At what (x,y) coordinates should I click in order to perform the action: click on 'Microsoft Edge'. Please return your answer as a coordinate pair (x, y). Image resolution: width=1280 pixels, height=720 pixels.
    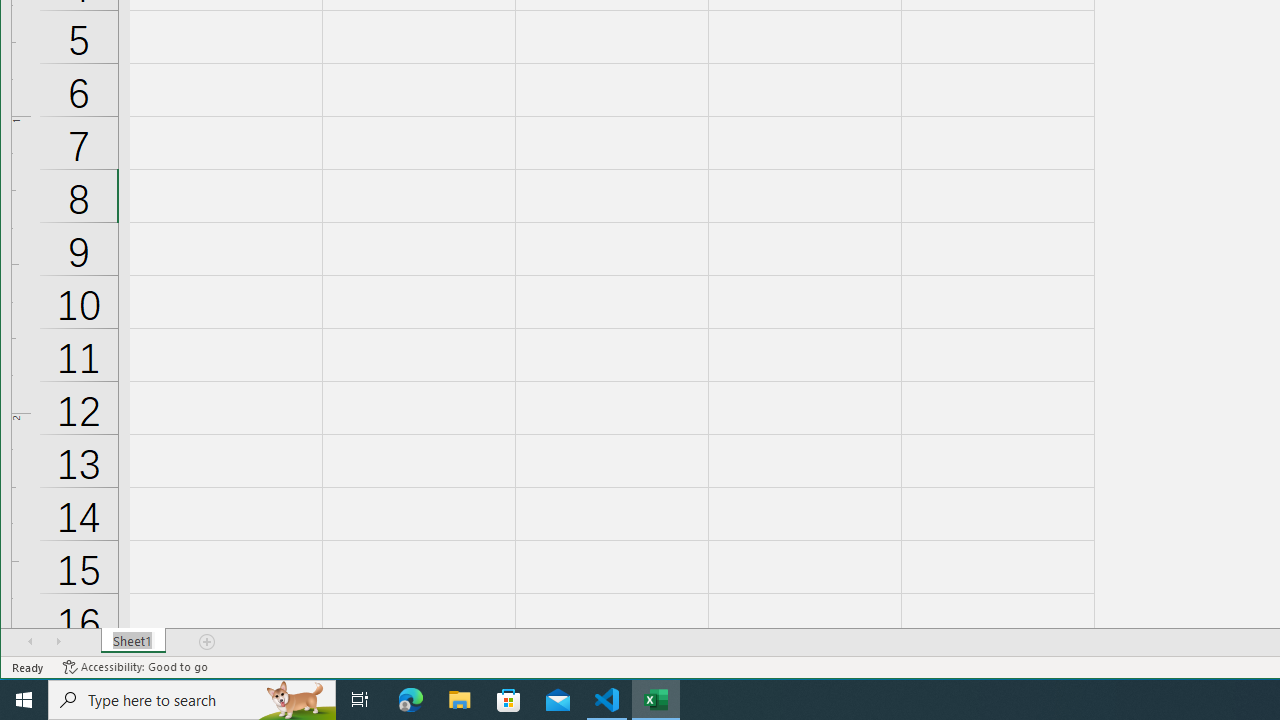
    Looking at the image, I should click on (410, 698).